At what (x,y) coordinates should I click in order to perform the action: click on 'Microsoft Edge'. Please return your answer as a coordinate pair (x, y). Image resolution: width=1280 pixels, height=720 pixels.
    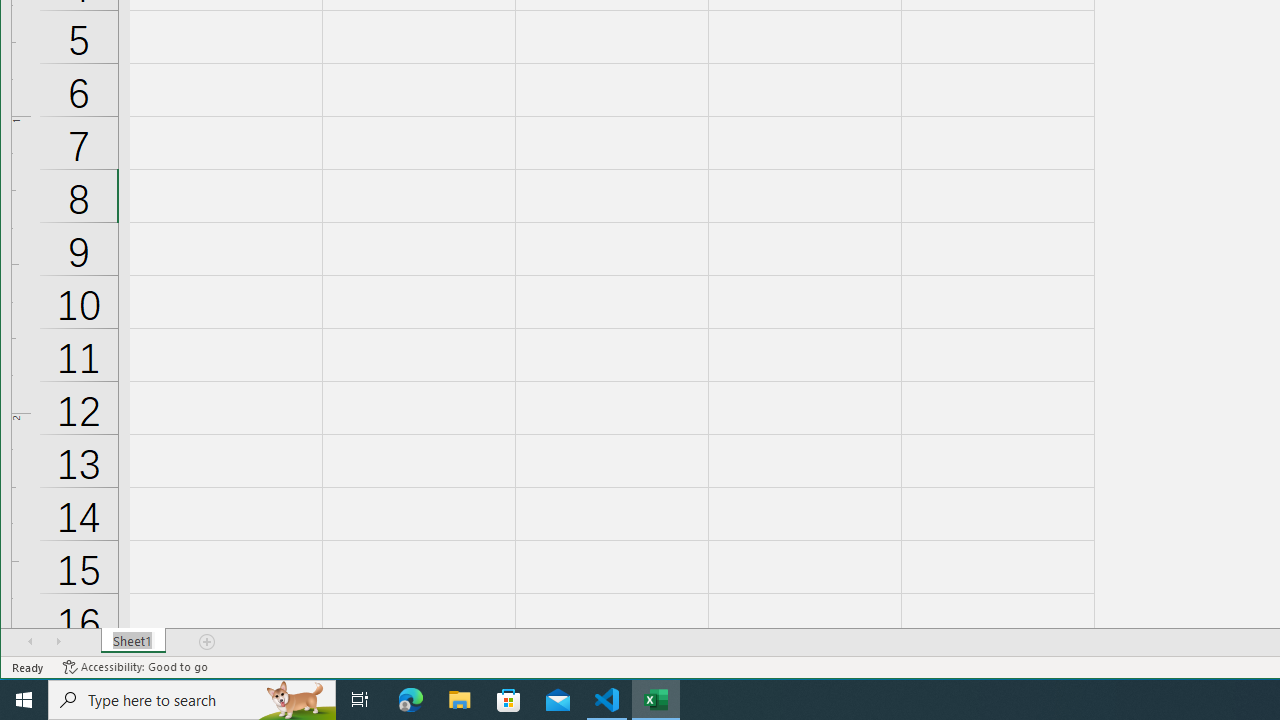
    Looking at the image, I should click on (410, 698).